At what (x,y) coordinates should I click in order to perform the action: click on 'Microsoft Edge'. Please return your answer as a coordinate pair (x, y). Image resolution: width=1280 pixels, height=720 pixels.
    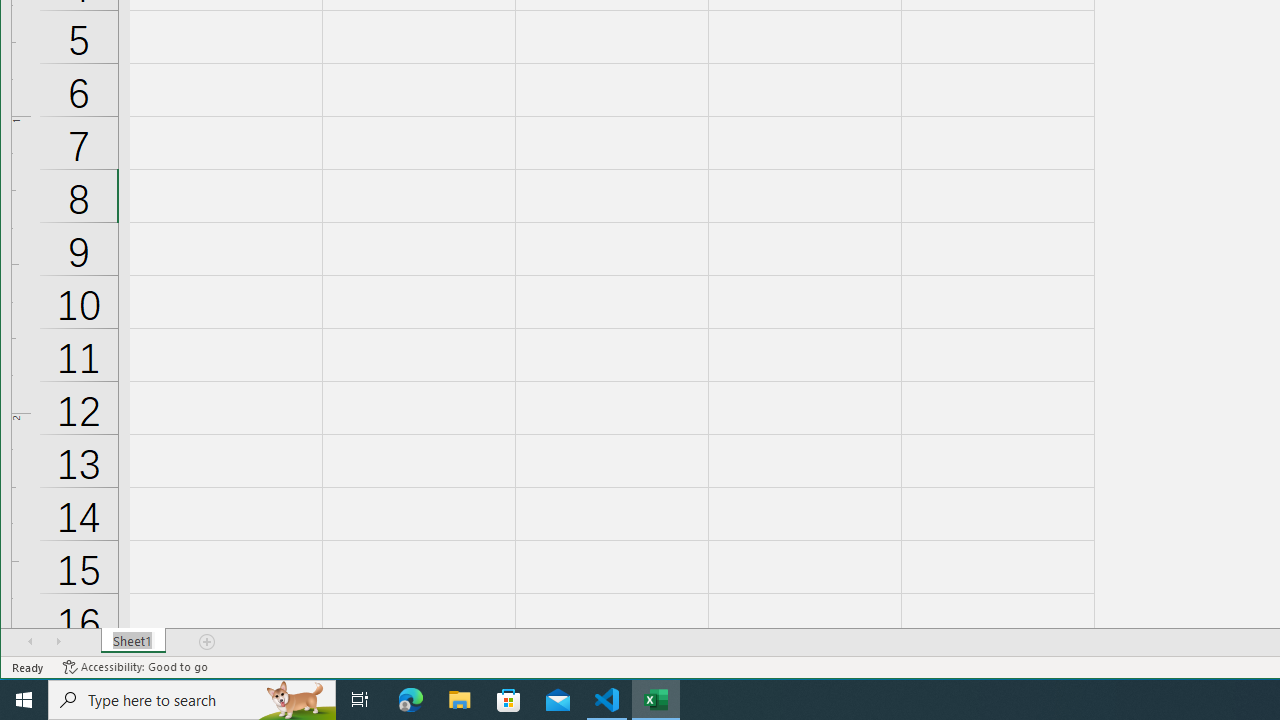
    Looking at the image, I should click on (410, 698).